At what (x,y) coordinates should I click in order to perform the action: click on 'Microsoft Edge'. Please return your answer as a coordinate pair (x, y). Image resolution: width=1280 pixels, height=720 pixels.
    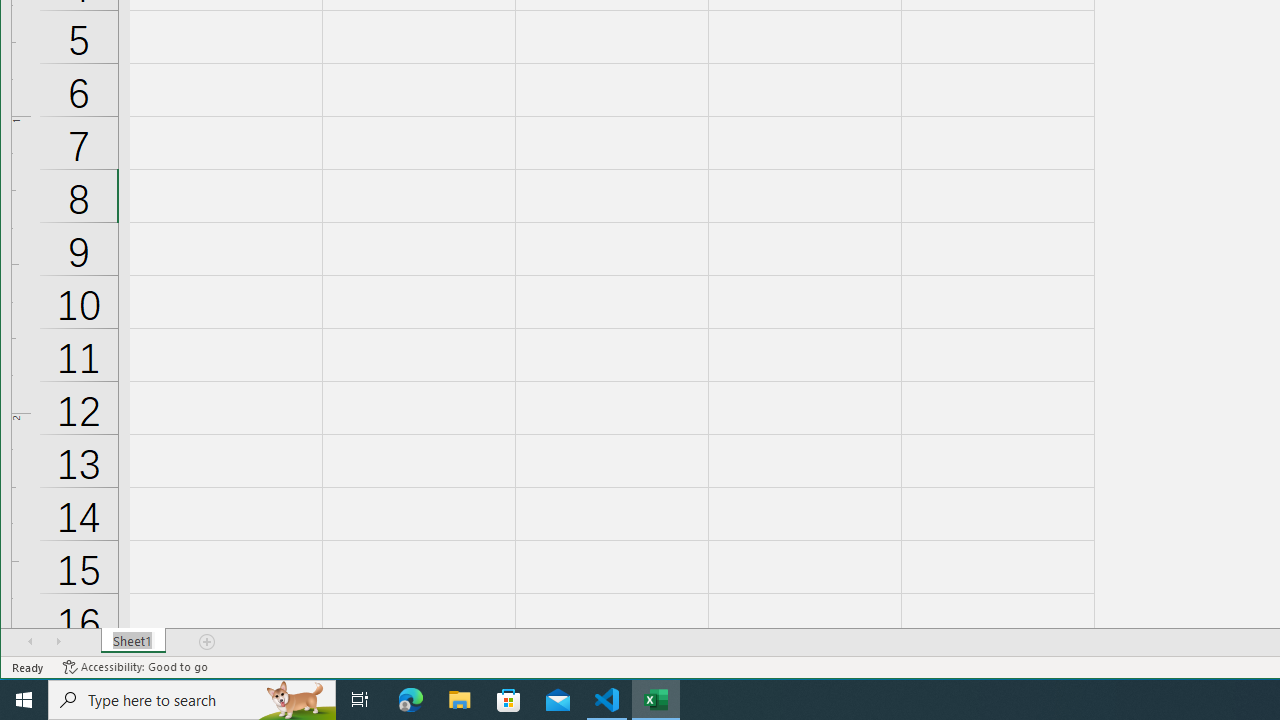
    Looking at the image, I should click on (410, 698).